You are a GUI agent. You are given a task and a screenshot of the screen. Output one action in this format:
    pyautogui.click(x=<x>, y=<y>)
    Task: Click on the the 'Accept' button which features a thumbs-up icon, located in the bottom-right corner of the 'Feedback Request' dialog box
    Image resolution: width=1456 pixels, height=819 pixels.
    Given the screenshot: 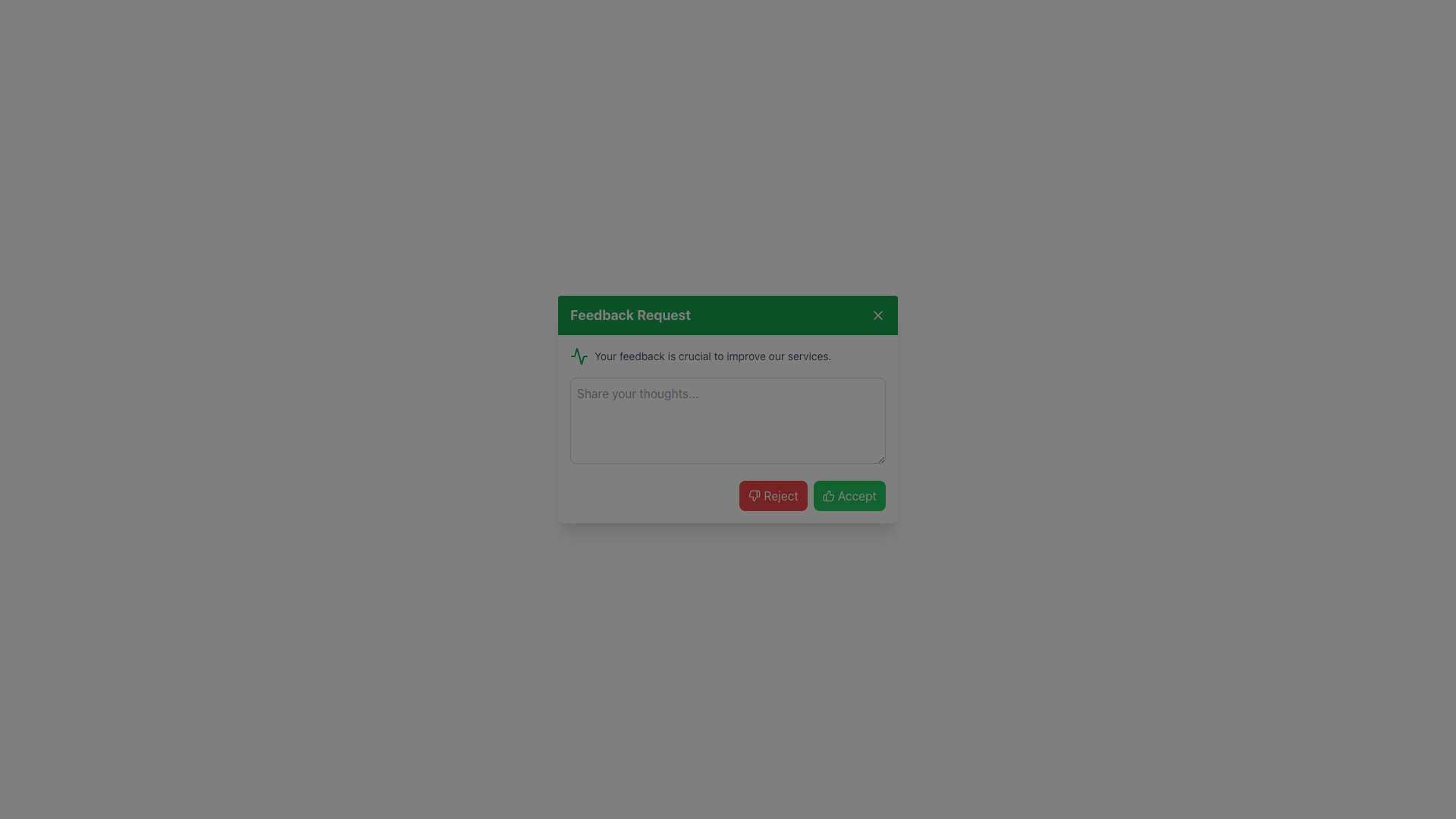 What is the action you would take?
    pyautogui.click(x=827, y=496)
    